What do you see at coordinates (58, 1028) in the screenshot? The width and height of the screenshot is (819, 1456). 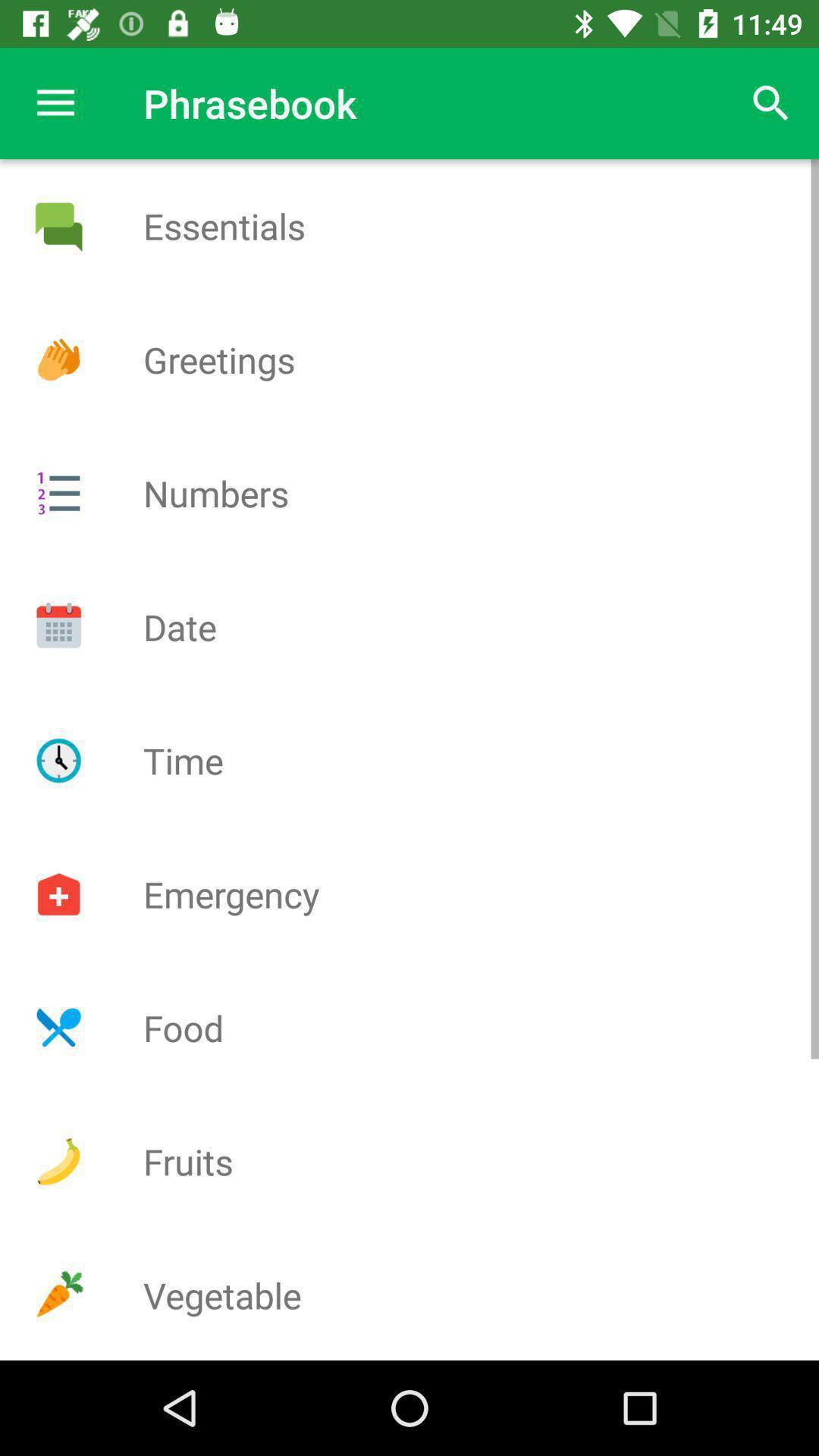 I see `food phrases` at bounding box center [58, 1028].